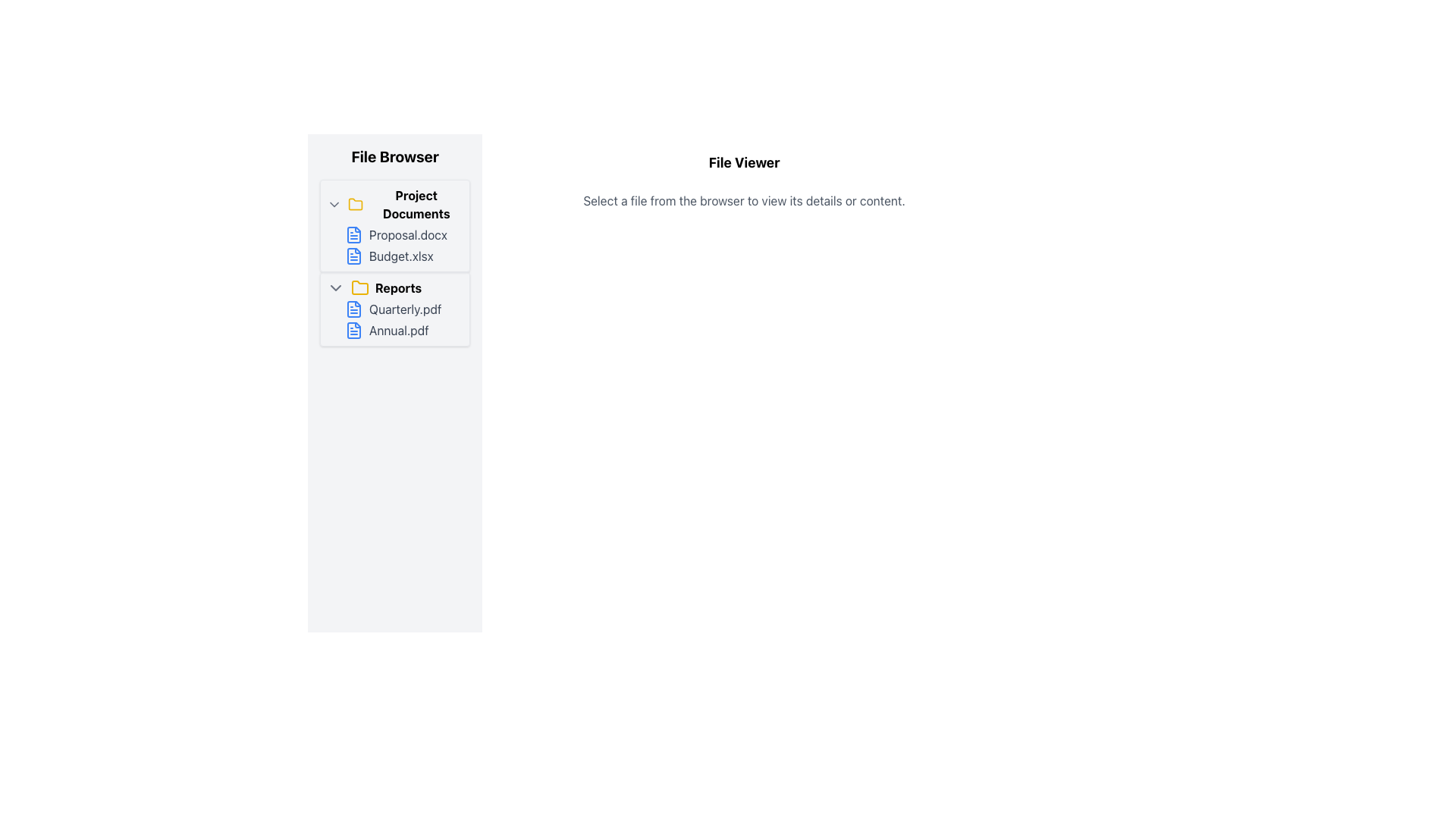 The image size is (1456, 819). What do you see at coordinates (334, 205) in the screenshot?
I see `the chevron-down icon next to the 'Project Documents' label to trigger the tooltip or style change` at bounding box center [334, 205].